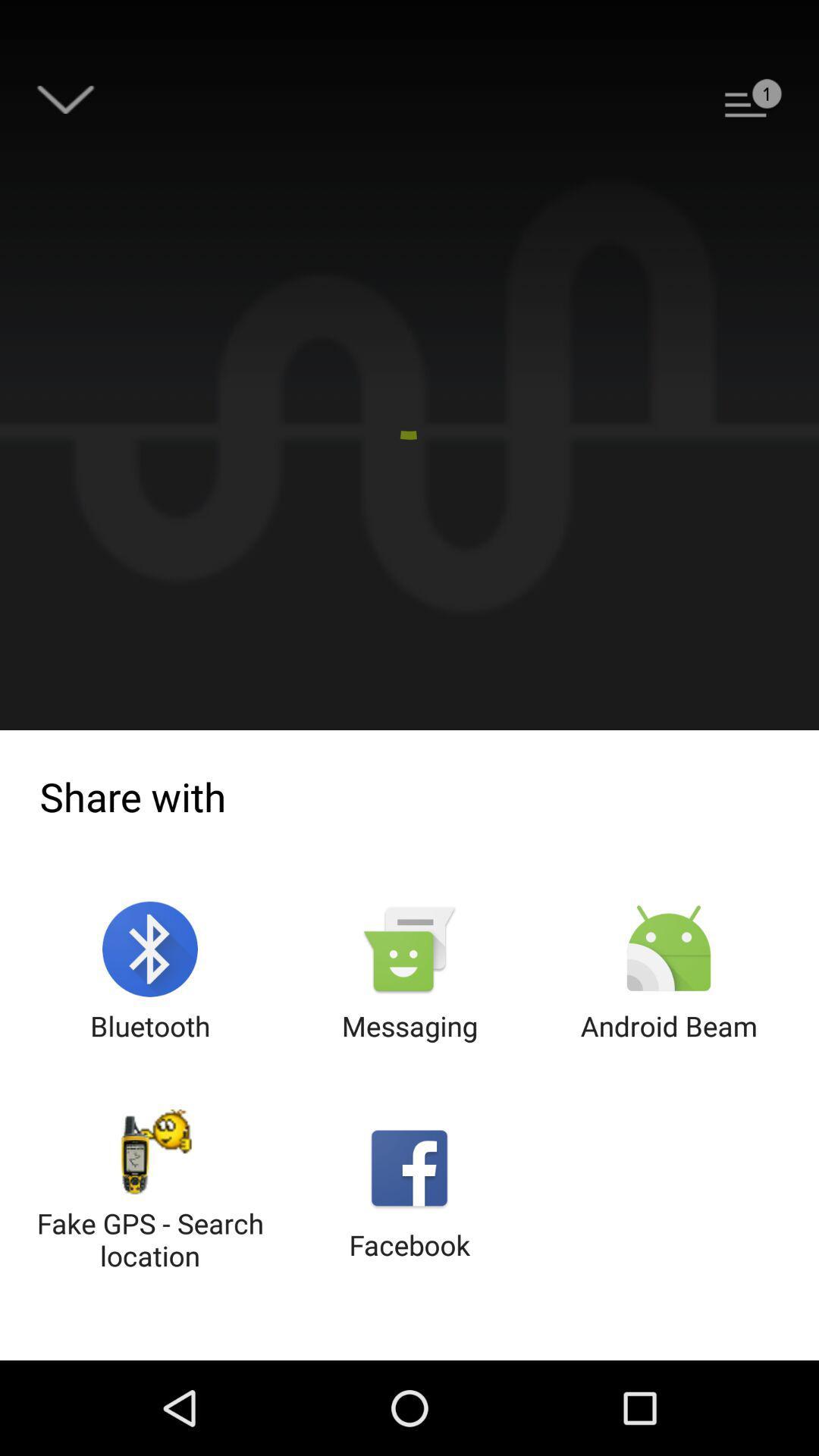  What do you see at coordinates (150, 973) in the screenshot?
I see `icon above the fake gps search` at bounding box center [150, 973].